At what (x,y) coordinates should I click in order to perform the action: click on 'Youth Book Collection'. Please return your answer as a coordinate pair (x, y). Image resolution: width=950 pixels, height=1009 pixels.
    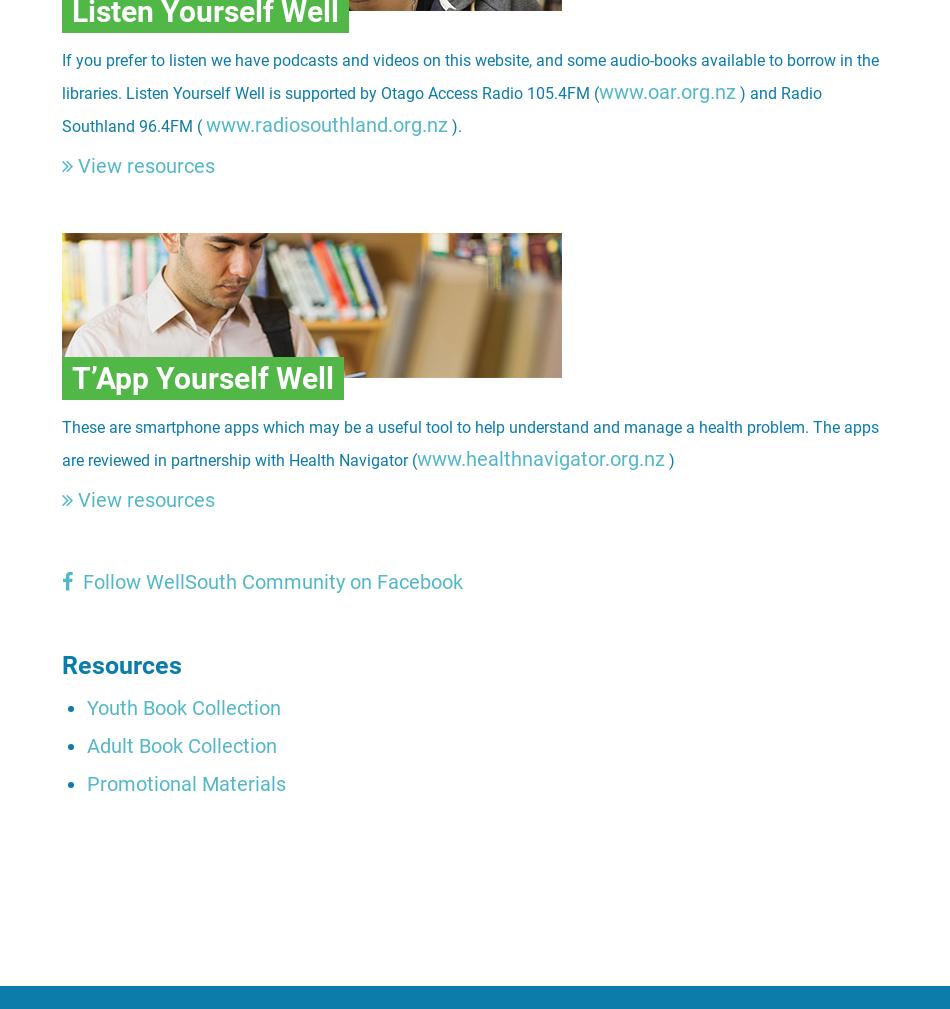
    Looking at the image, I should click on (182, 708).